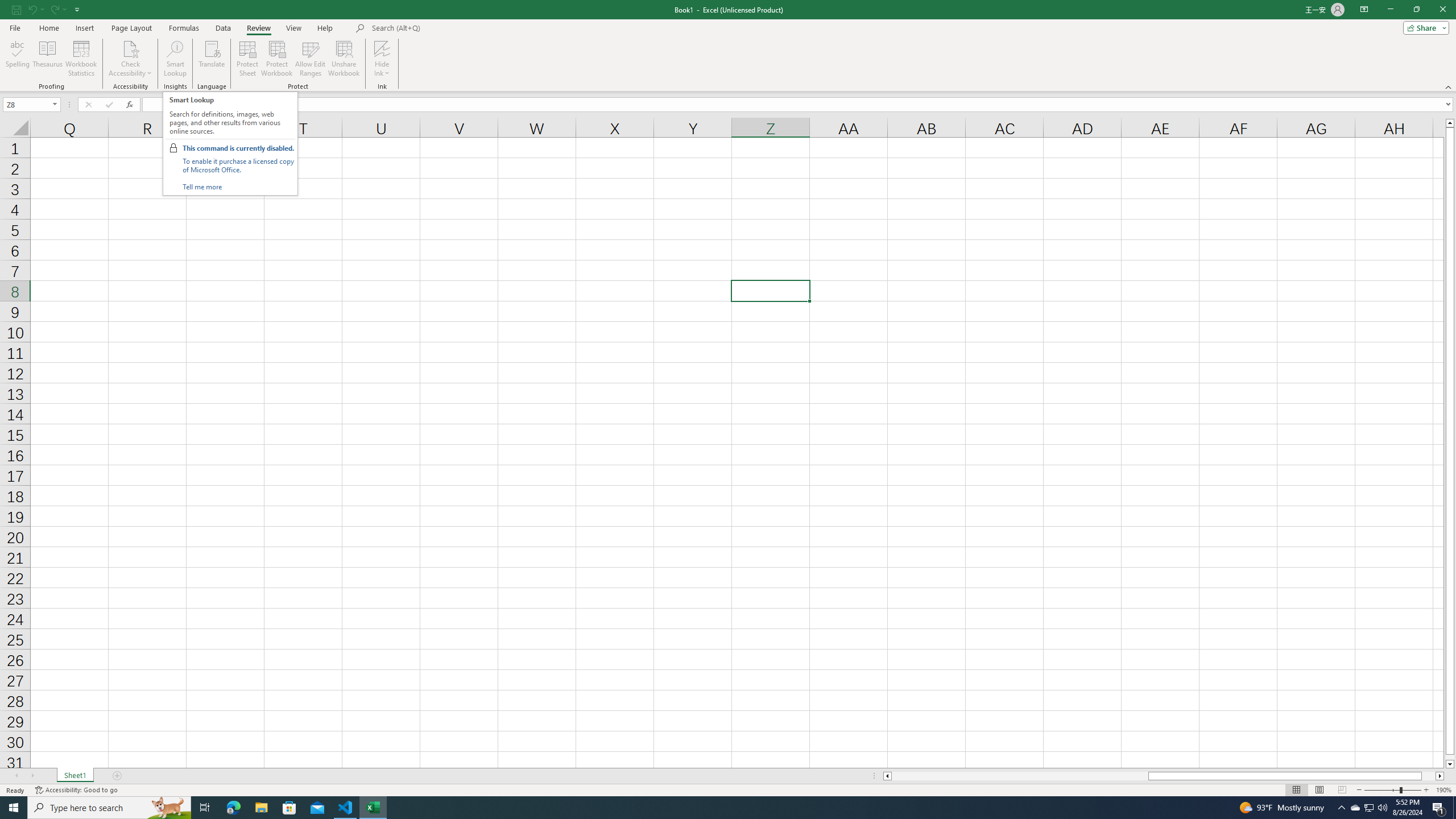 This screenshot has height=819, width=1456. I want to click on 'Spelling...', so click(16, 59).